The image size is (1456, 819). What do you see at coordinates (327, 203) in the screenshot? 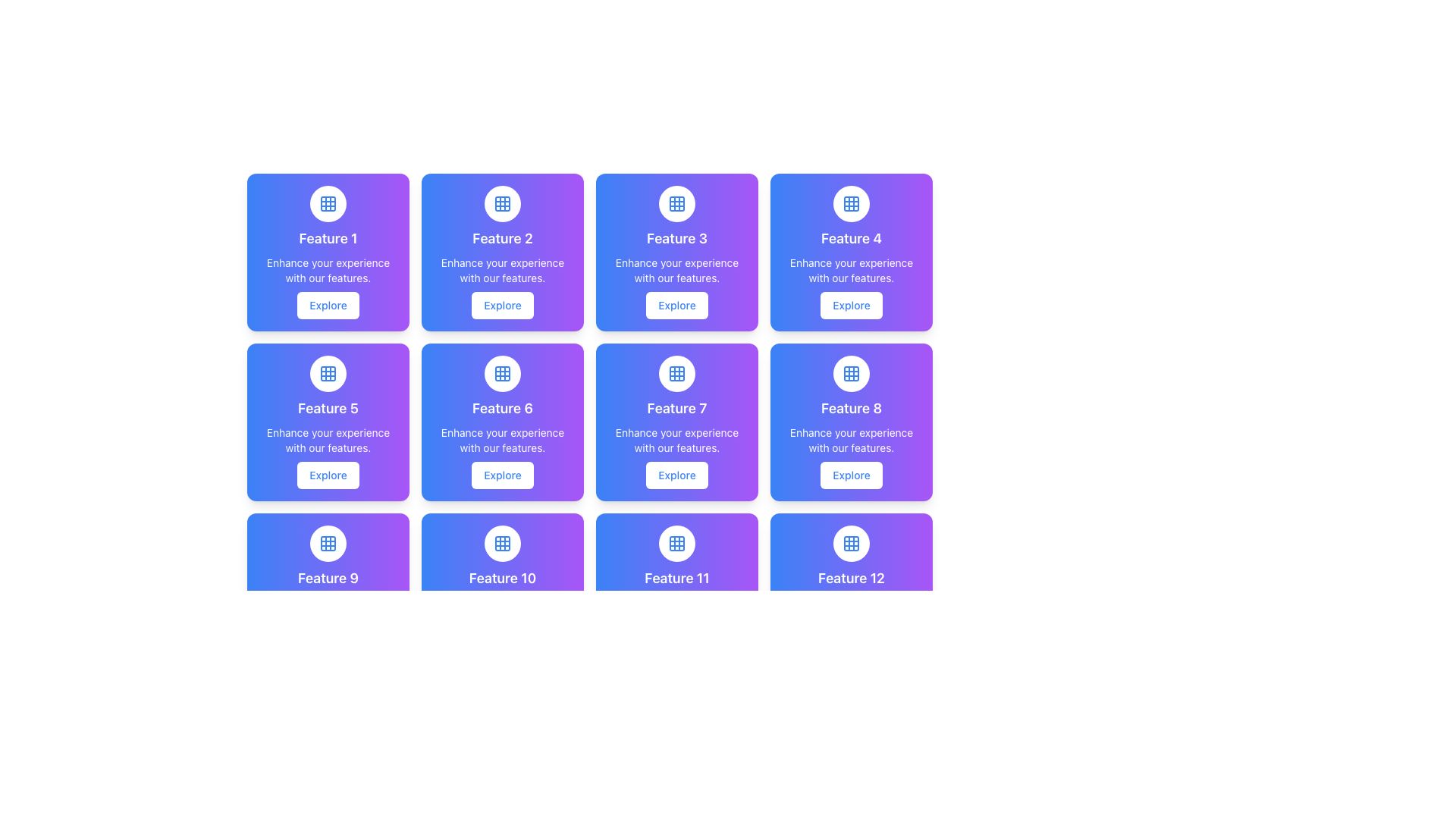
I see `the Icon Button located at the top-center area of the 'Feature 1' card` at bounding box center [327, 203].